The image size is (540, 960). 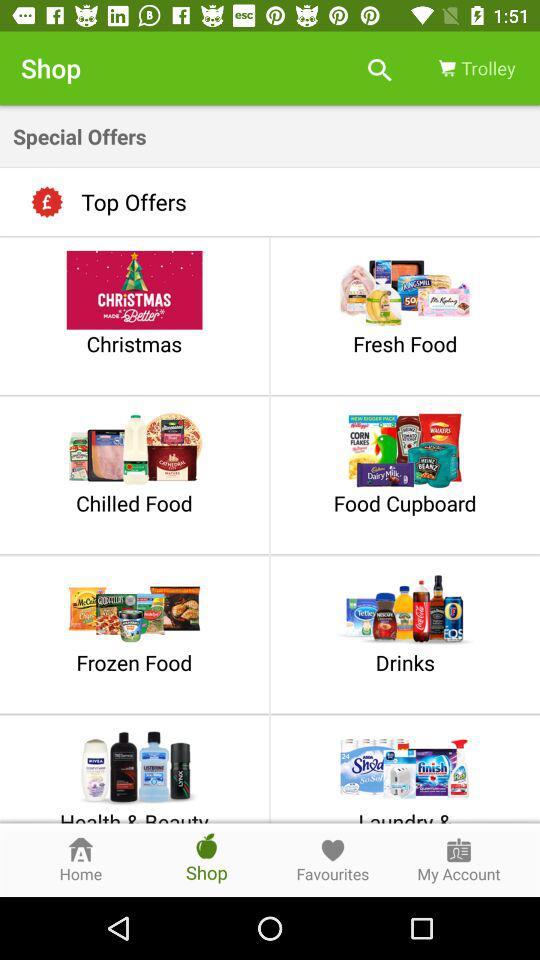 What do you see at coordinates (475, 68) in the screenshot?
I see `the trolley option` at bounding box center [475, 68].